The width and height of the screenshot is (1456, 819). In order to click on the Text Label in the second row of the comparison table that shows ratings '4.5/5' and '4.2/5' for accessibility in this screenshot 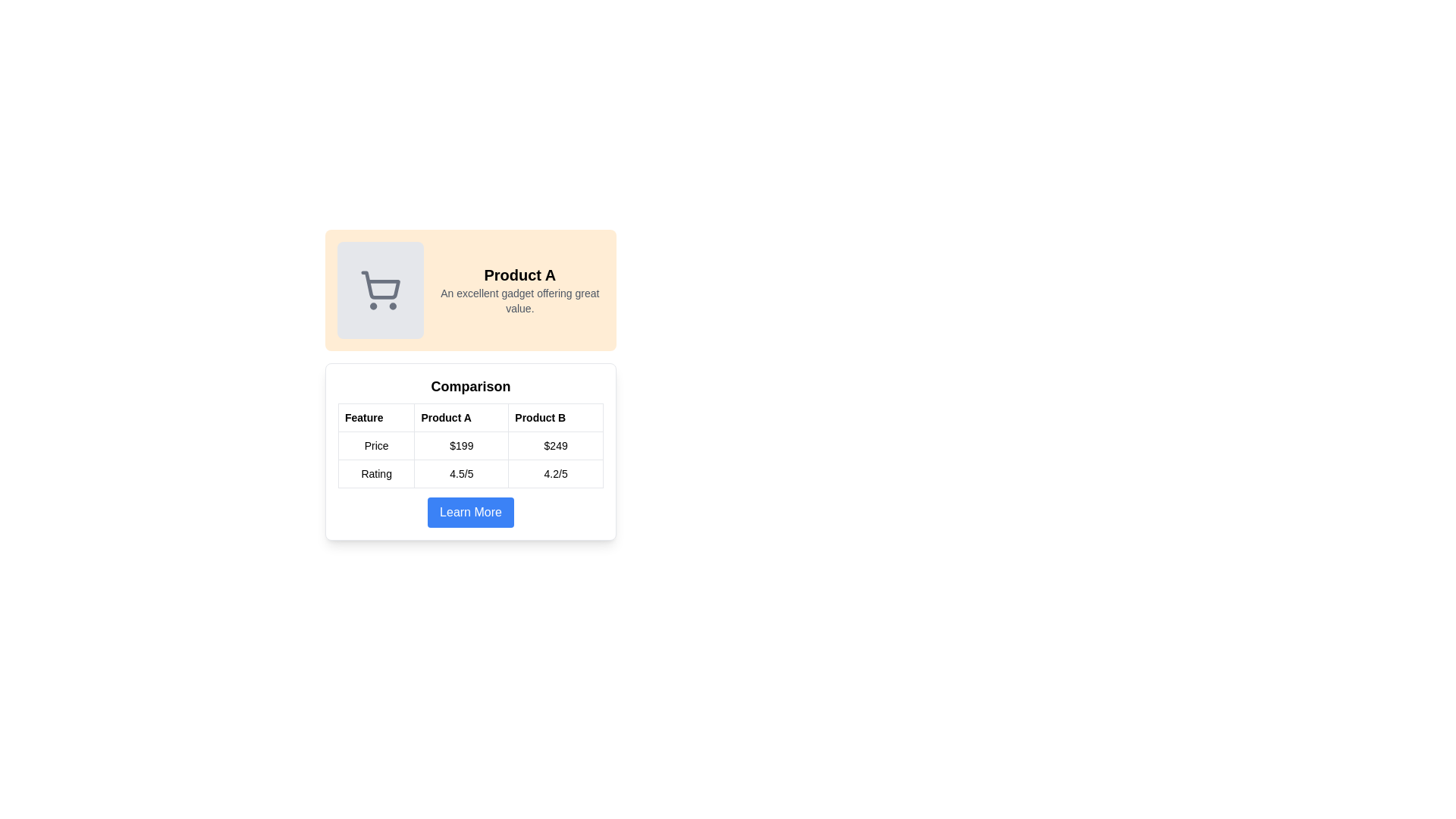, I will do `click(469, 472)`.